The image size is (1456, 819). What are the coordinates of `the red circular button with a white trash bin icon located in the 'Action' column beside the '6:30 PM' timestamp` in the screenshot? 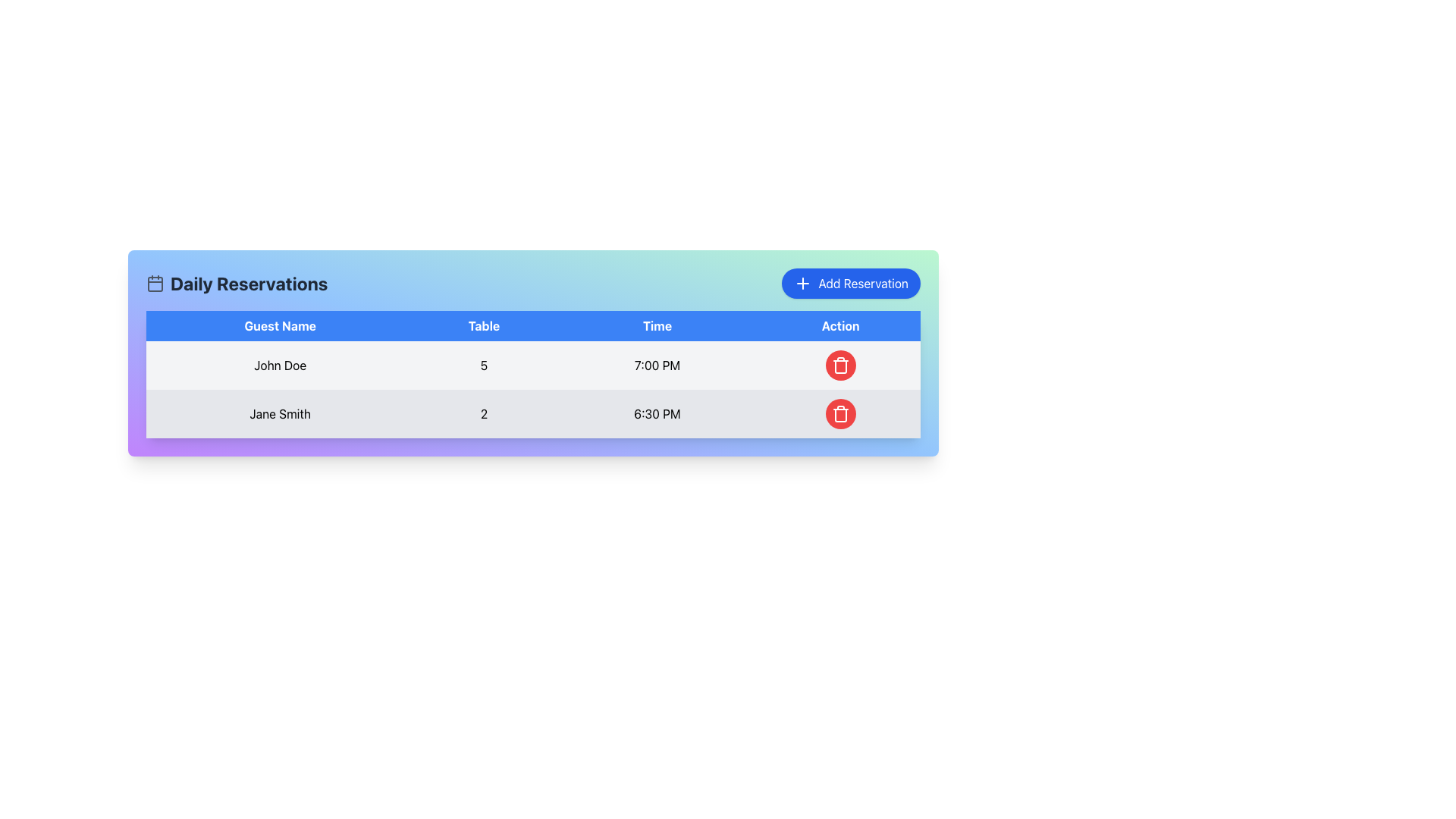 It's located at (839, 414).